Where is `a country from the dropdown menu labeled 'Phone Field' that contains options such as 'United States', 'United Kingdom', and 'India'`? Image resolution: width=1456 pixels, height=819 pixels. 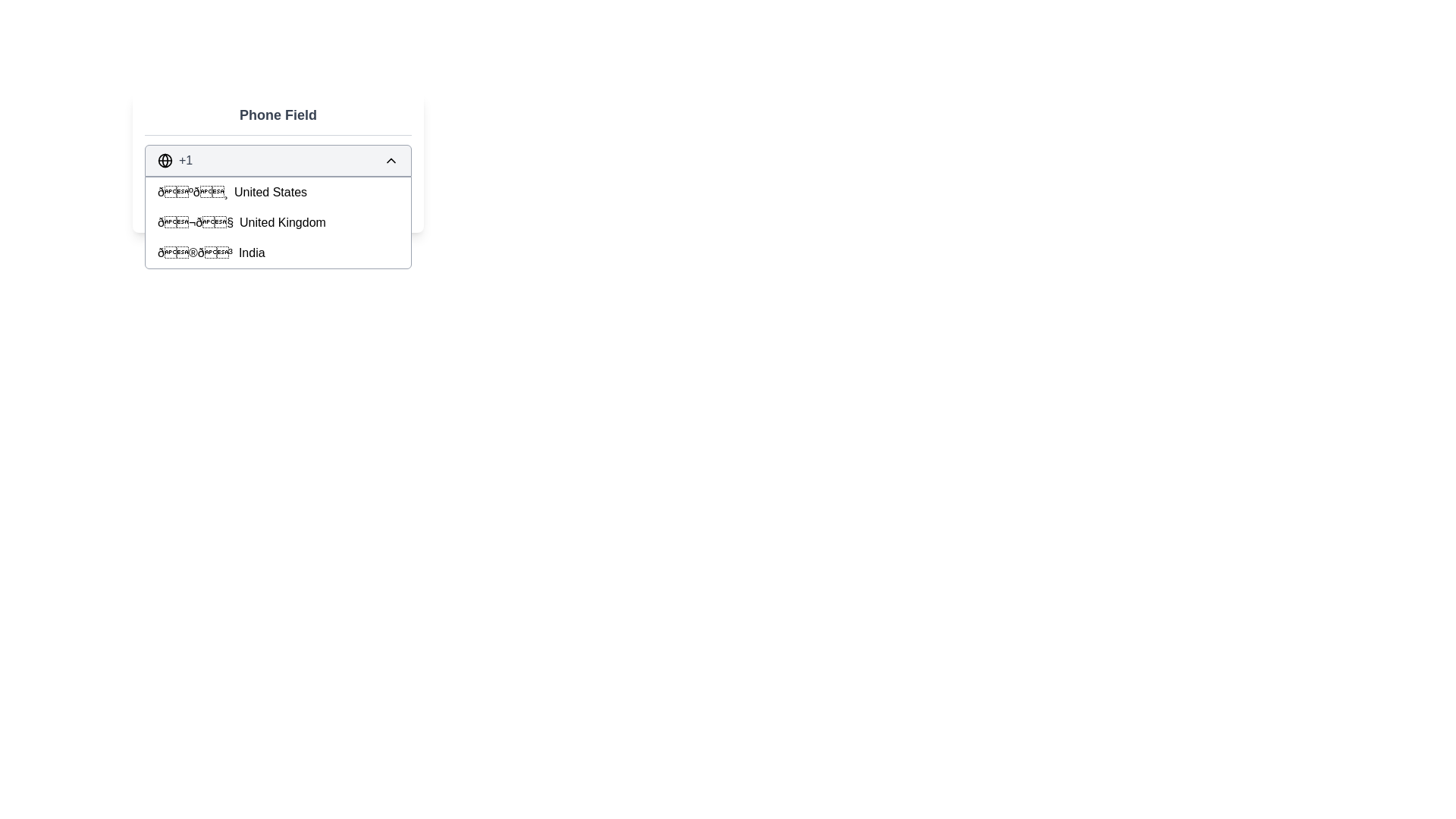
a country from the dropdown menu labeled 'Phone Field' that contains options such as 'United States', 'United Kingdom', and 'India' is located at coordinates (278, 162).